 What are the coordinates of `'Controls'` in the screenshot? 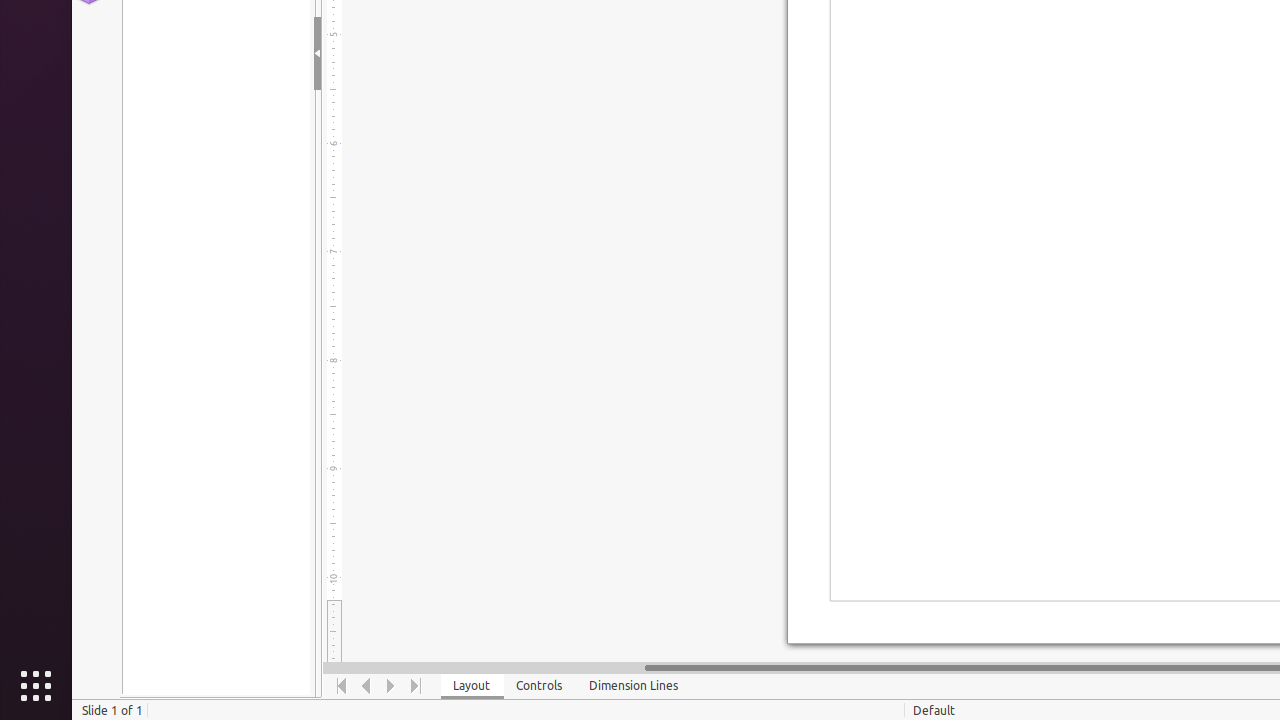 It's located at (540, 685).